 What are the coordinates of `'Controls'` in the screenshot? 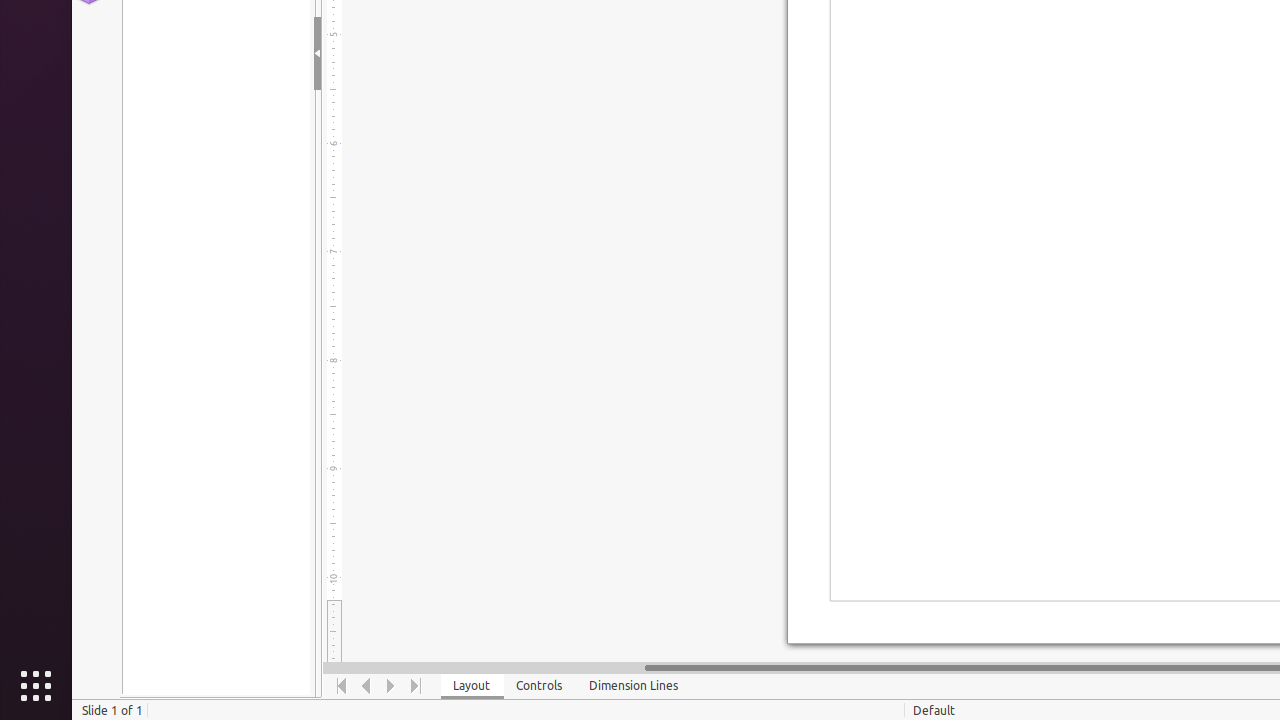 It's located at (540, 685).